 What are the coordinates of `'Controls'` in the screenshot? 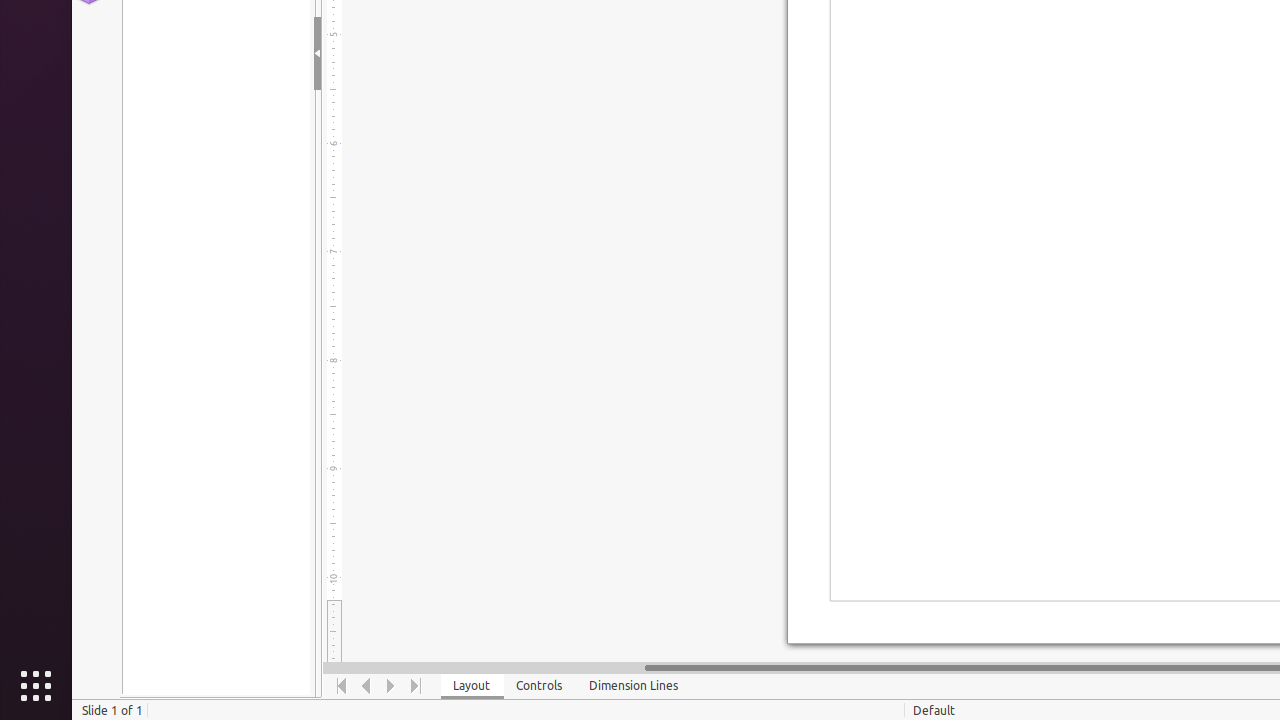 It's located at (540, 685).